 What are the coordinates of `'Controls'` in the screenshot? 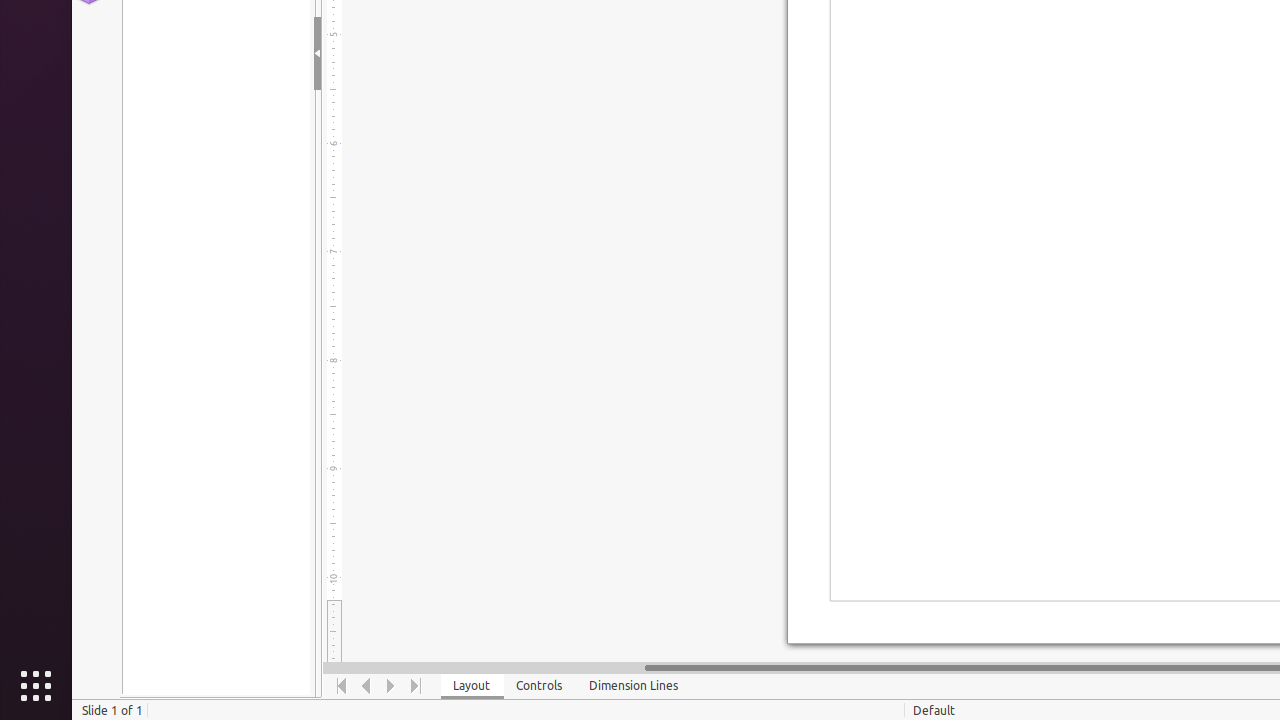 It's located at (540, 685).